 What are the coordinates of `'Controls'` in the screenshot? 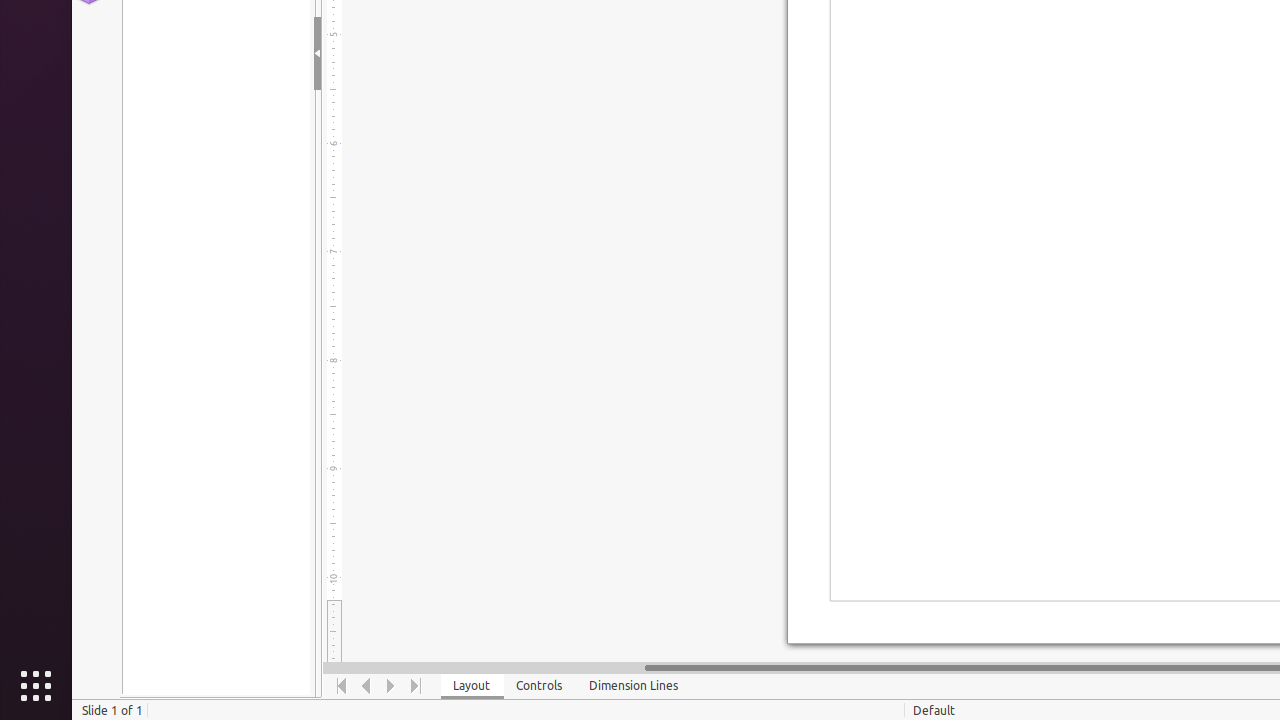 It's located at (540, 685).